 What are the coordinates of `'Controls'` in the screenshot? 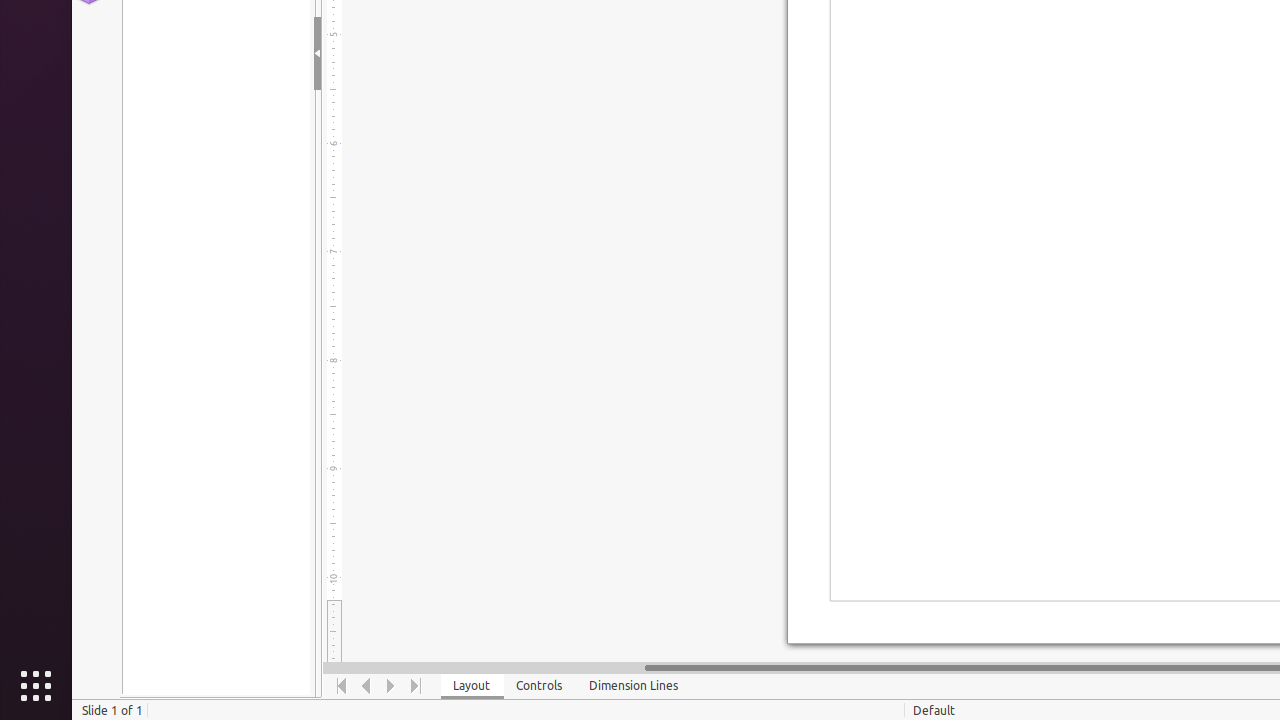 It's located at (540, 685).